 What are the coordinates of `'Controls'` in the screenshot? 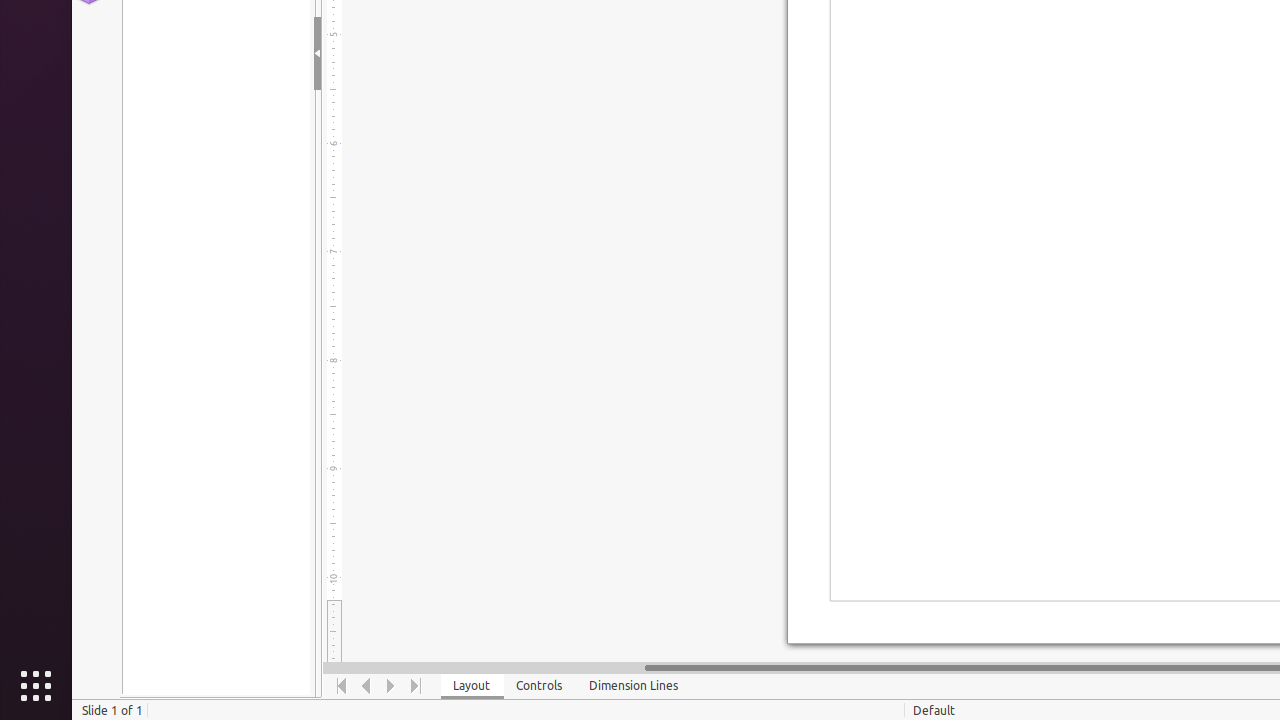 It's located at (540, 685).